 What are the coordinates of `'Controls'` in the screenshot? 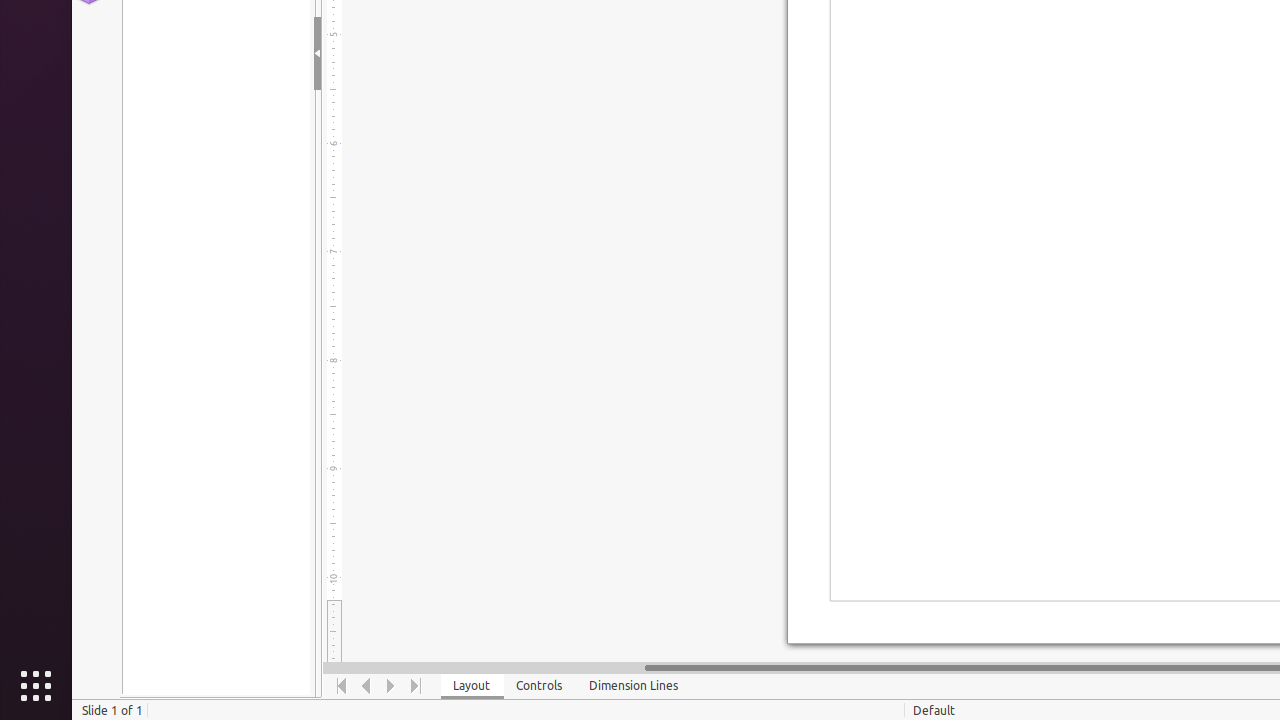 It's located at (540, 685).